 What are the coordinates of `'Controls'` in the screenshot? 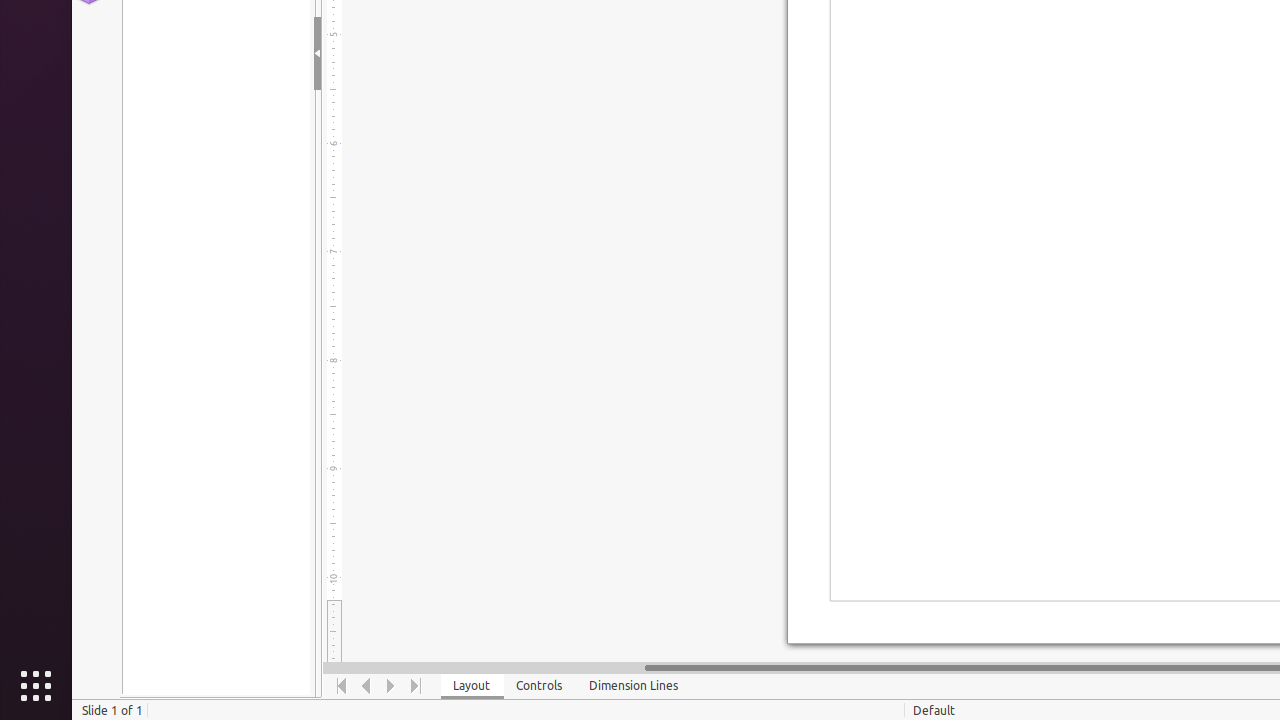 It's located at (540, 685).